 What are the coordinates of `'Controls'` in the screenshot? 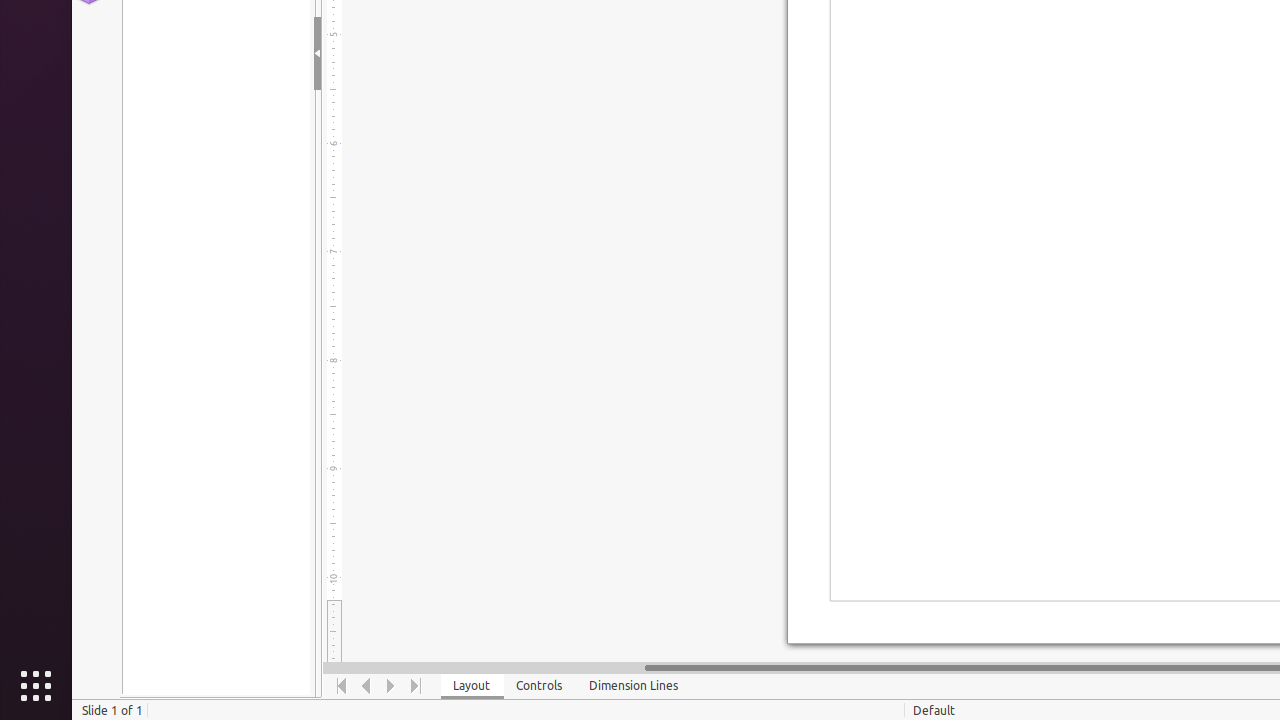 It's located at (540, 685).